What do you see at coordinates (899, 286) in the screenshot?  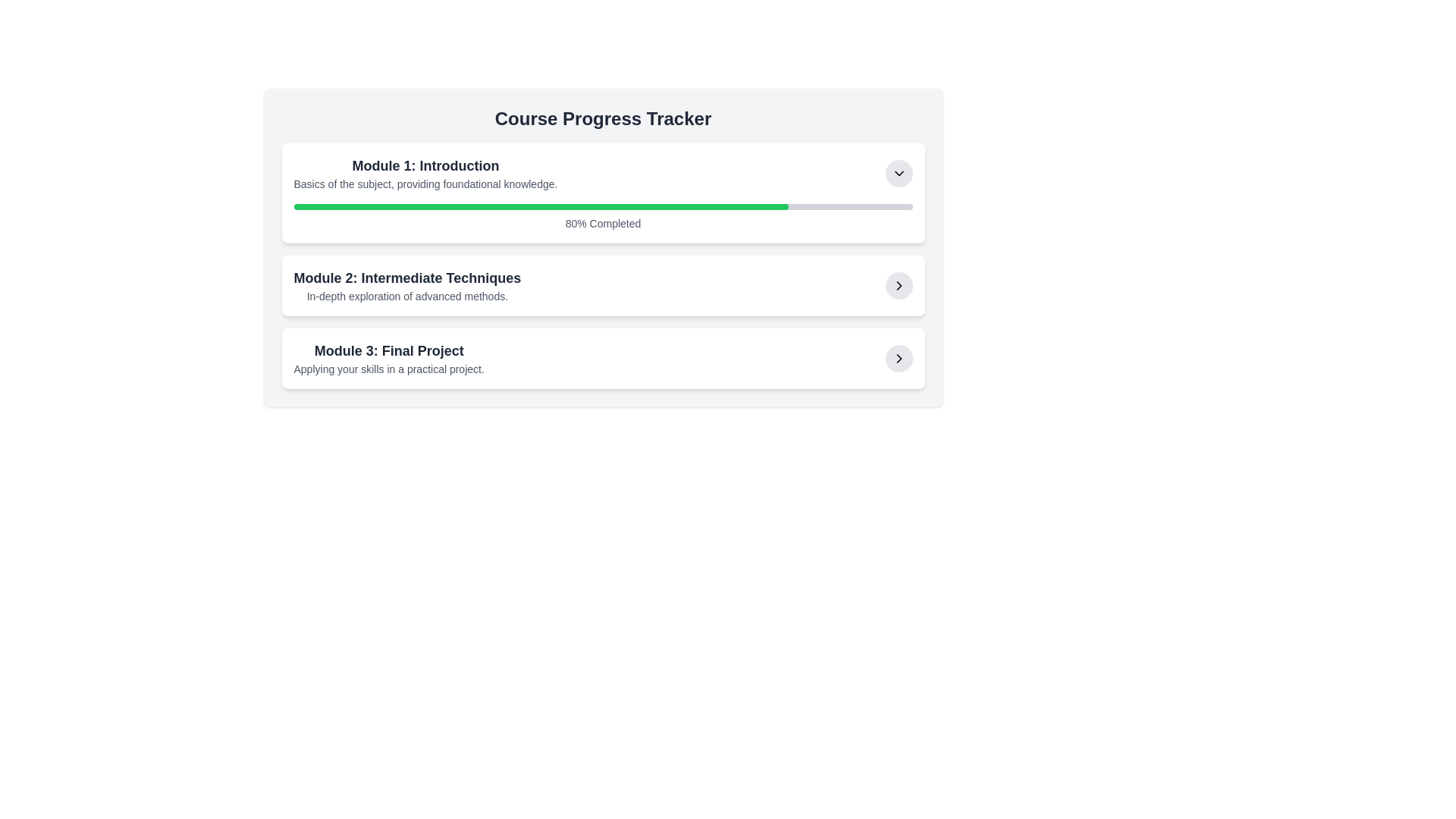 I see `the navigation button that allows users to proceed to the details of the 'Module 2: Intermediate Techniques' section` at bounding box center [899, 286].